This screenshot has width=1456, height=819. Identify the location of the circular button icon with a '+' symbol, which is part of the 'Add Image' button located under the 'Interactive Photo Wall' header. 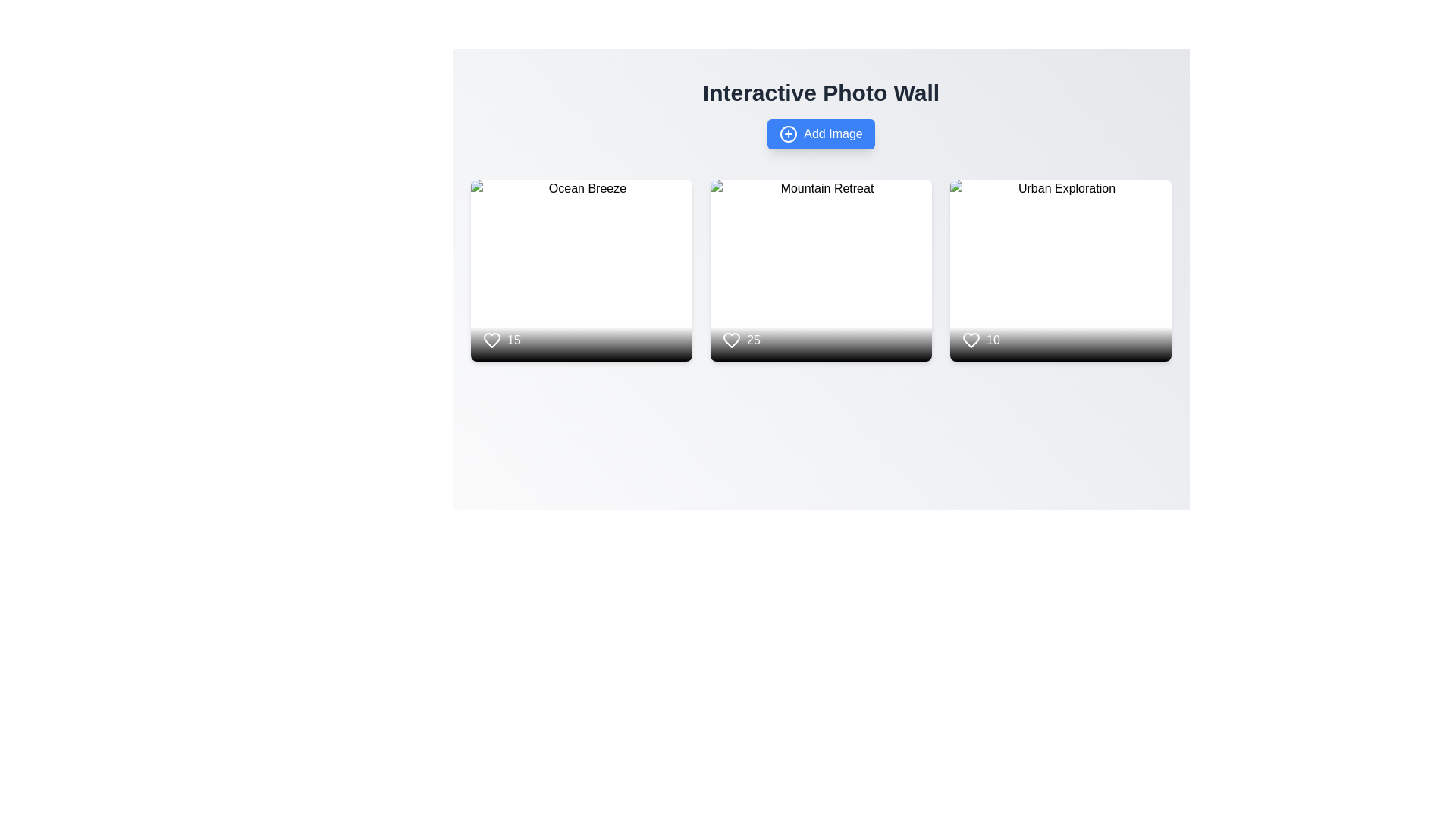
(789, 133).